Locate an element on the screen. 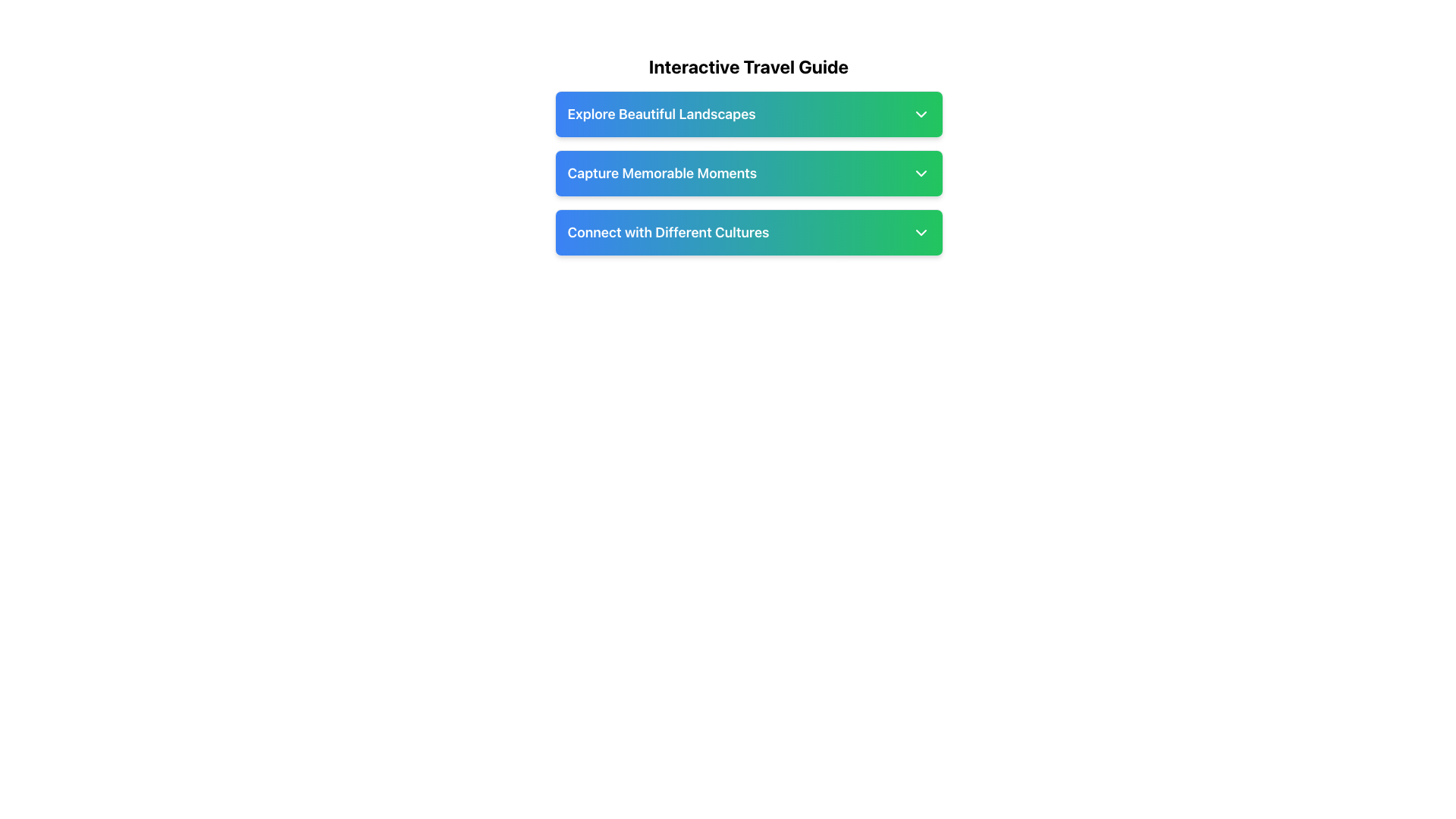  the Chevron Down icon located at the right end of the 'Explore Beautiful Landscapes' button is located at coordinates (920, 113).